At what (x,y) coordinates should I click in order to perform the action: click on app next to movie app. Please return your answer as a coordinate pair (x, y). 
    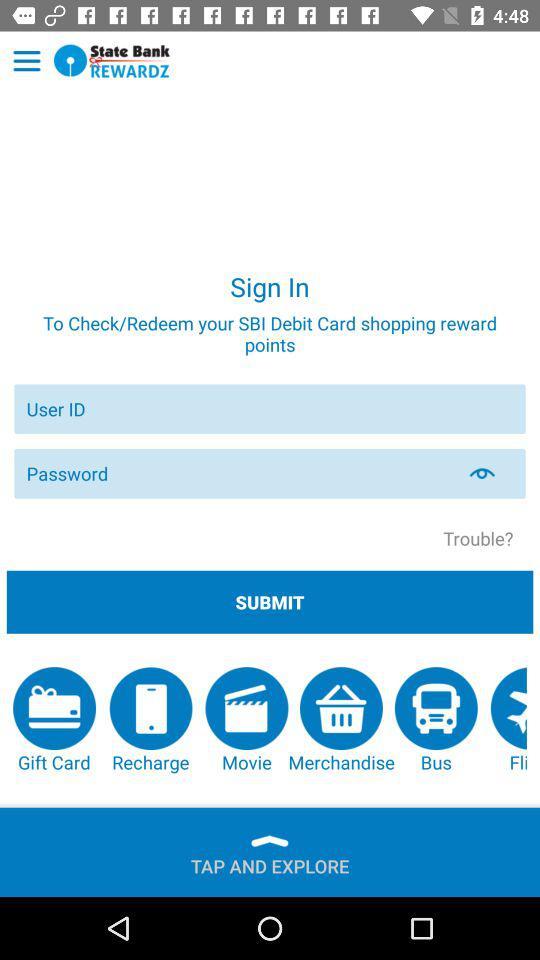
    Looking at the image, I should click on (340, 720).